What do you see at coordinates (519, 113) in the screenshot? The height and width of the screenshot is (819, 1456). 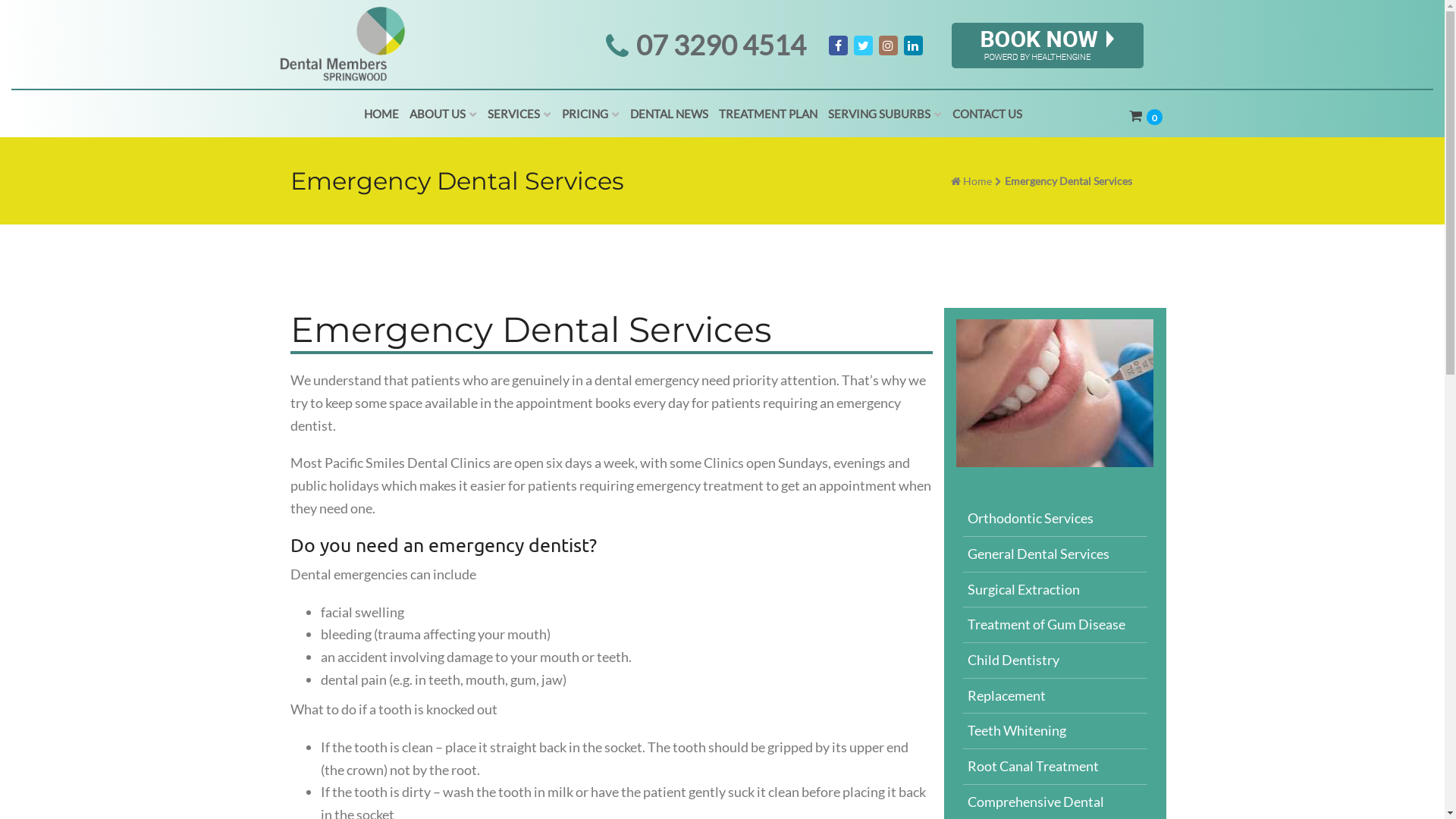 I see `'SERVICES'` at bounding box center [519, 113].